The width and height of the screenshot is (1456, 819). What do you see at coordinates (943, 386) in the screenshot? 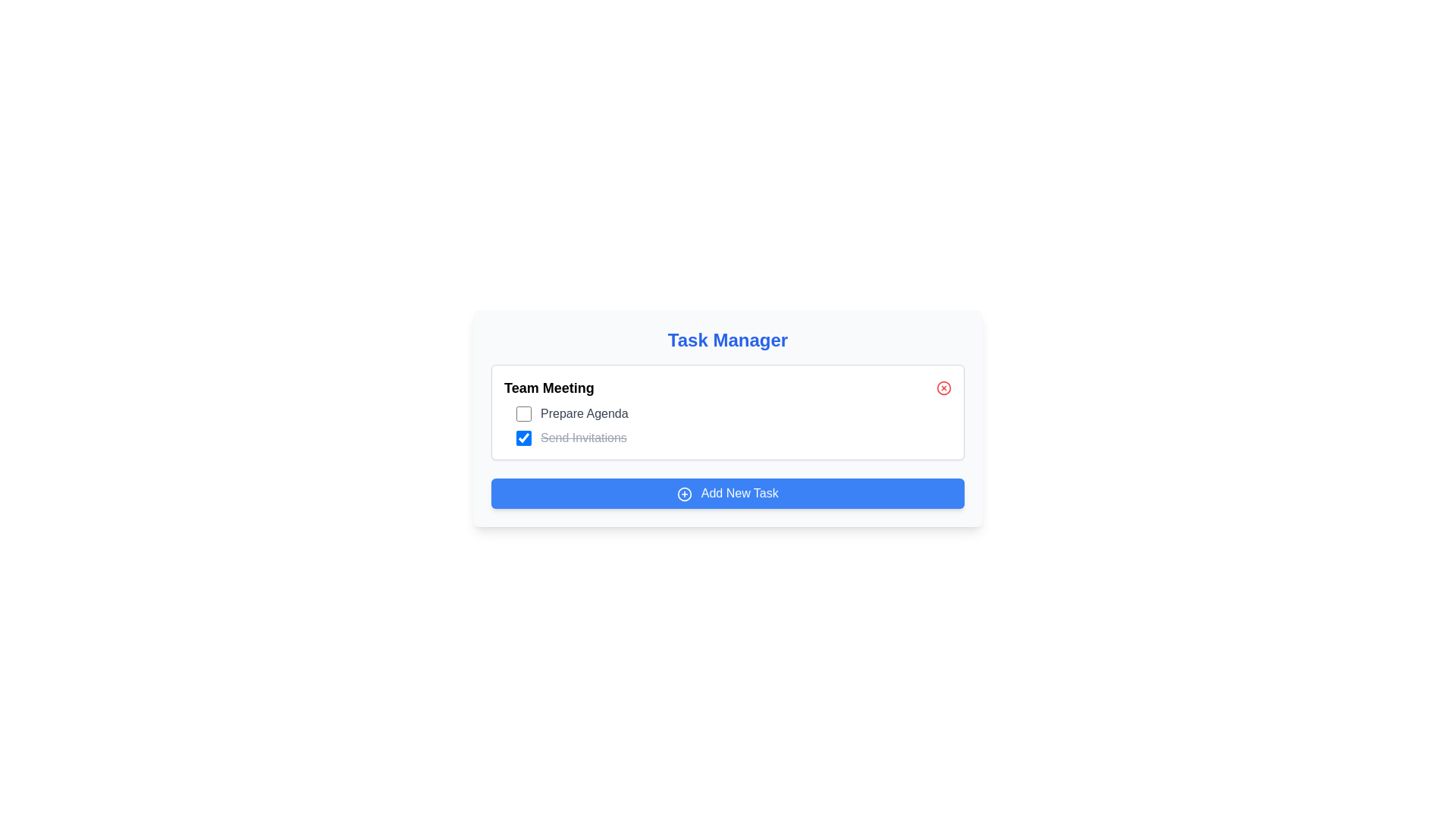
I see `the Decorative icon (circle) located to the right of the 'Team Meeting' heading, which indicates an interactive behavior for dismissing or closing its associated task` at bounding box center [943, 386].